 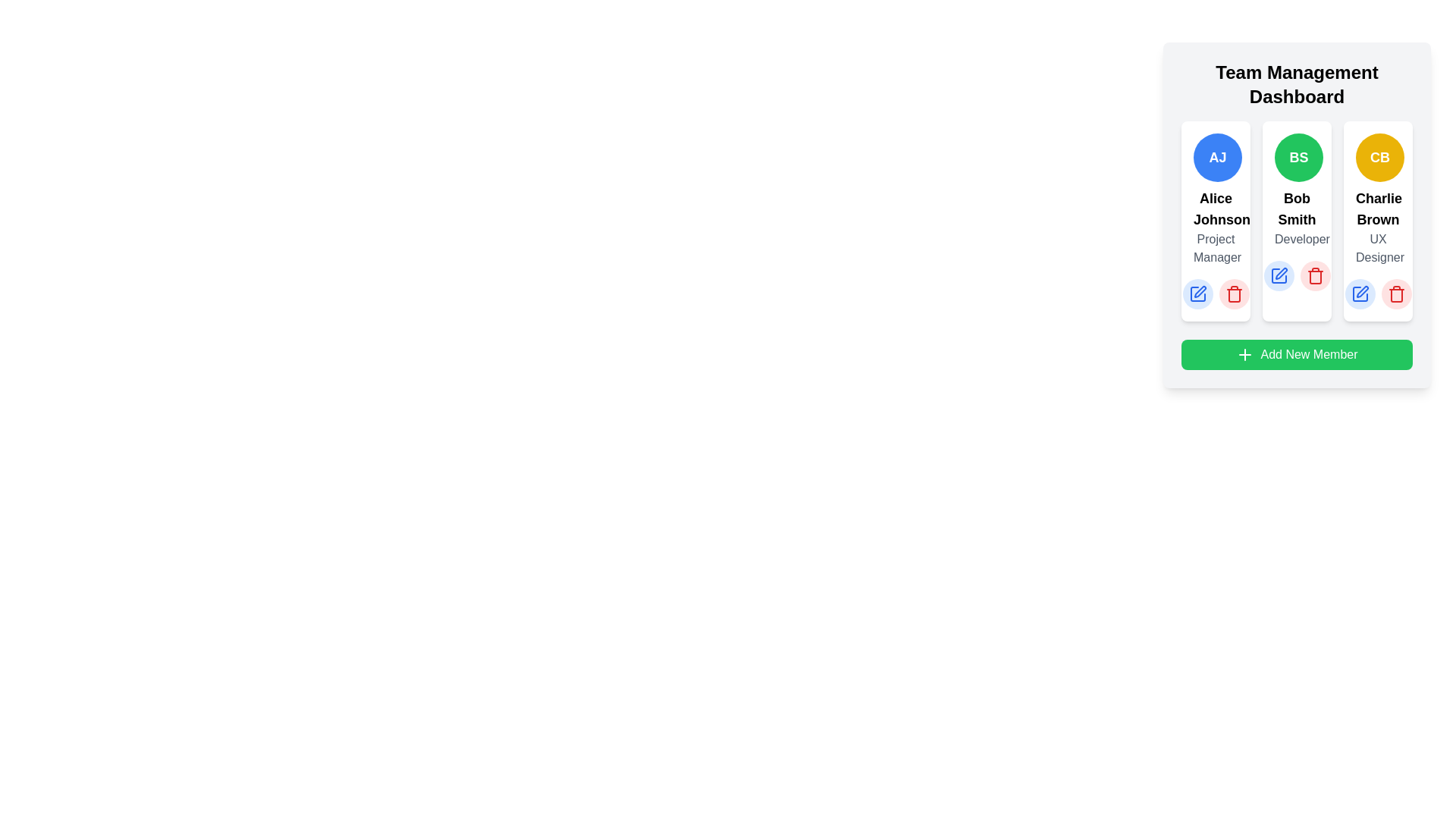 What do you see at coordinates (1296, 354) in the screenshot?
I see `the 'Add New Member' button with a green background and a plus icon to initiate adding a new member` at bounding box center [1296, 354].